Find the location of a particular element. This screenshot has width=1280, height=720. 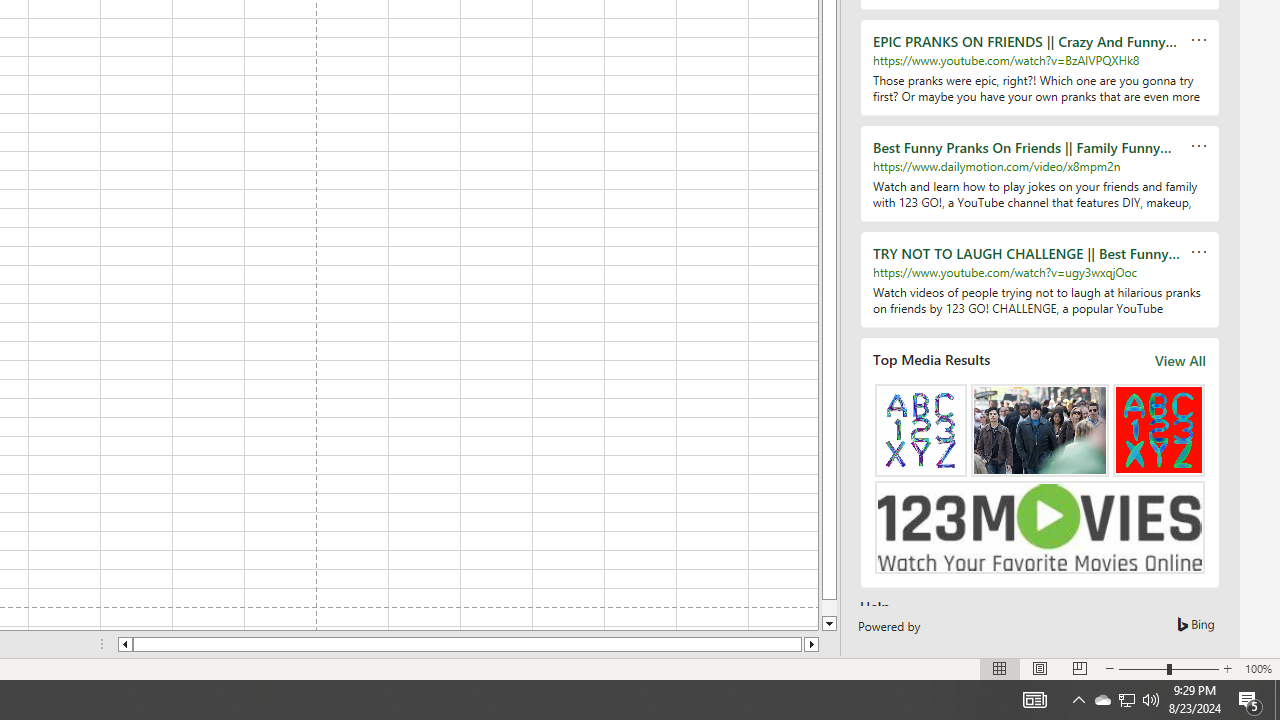

'Column right' is located at coordinates (812, 644).